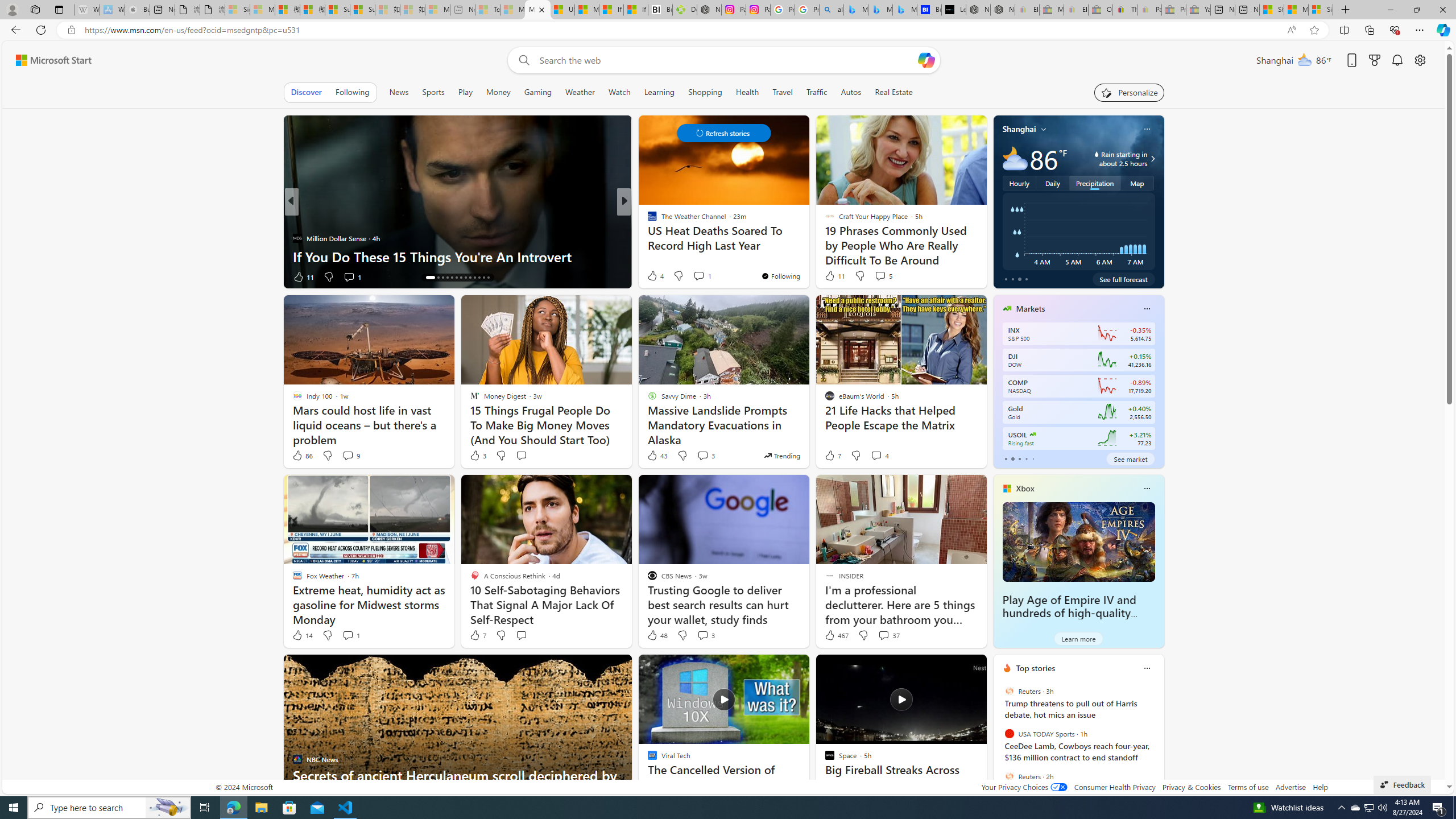  What do you see at coordinates (904, 9) in the screenshot?
I see `'Microsoft Bing Travel - Shangri-La Hotel Bangkok'` at bounding box center [904, 9].